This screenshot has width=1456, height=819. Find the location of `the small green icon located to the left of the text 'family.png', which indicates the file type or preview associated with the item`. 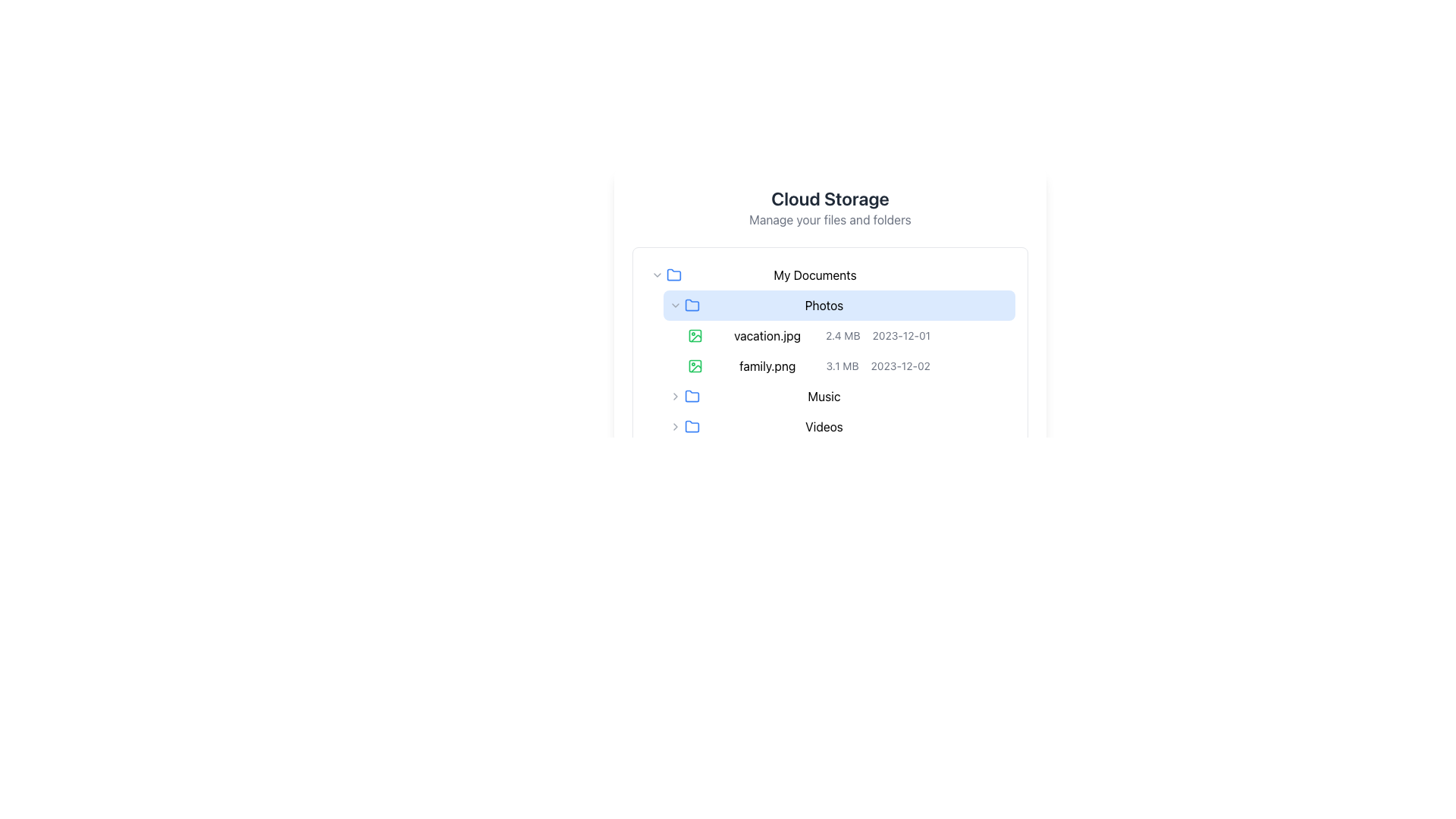

the small green icon located to the left of the text 'family.png', which indicates the file type or preview associated with the item is located at coordinates (694, 366).